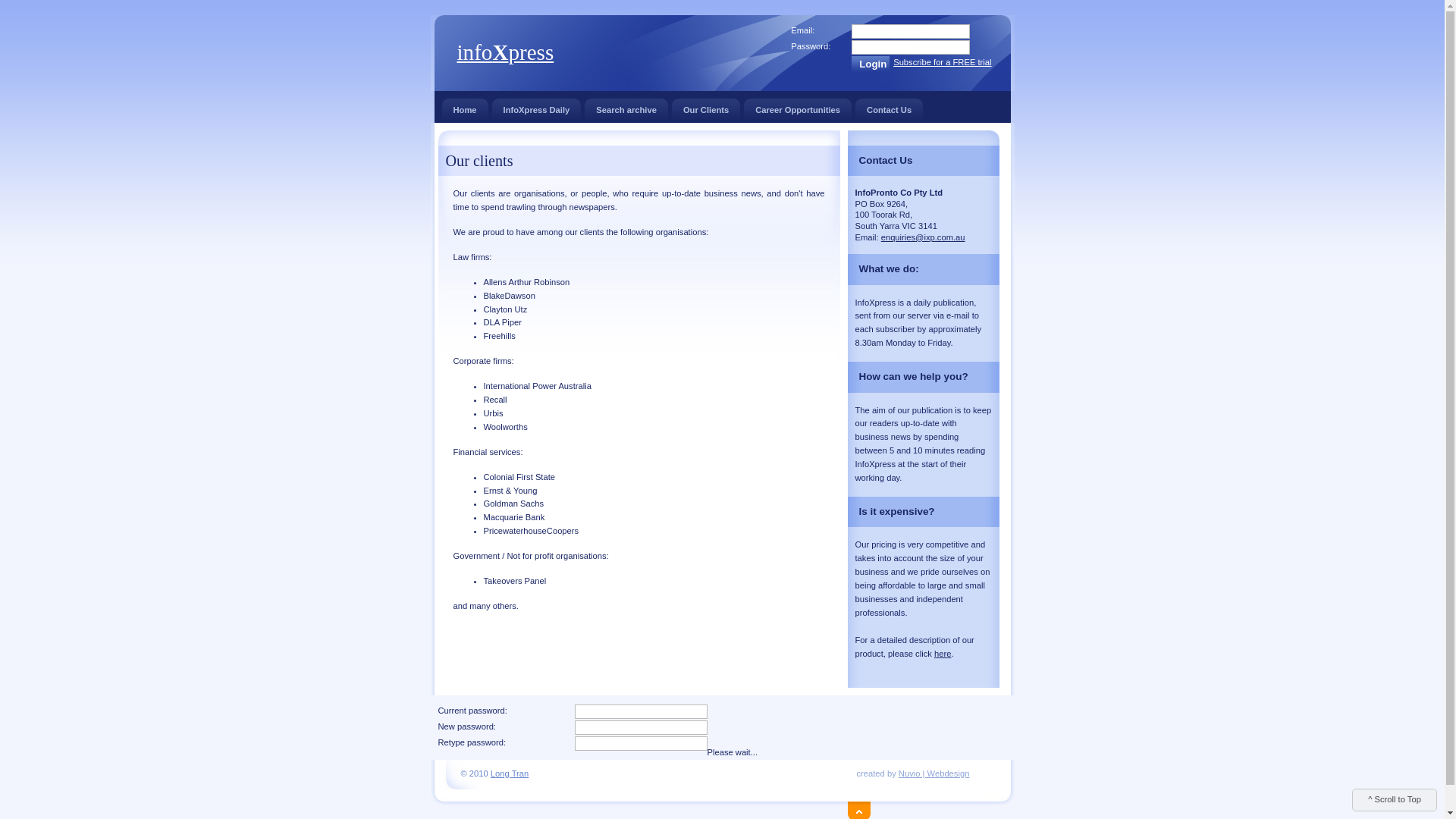  Describe the element at coordinates (870, 63) in the screenshot. I see `'Login'` at that location.